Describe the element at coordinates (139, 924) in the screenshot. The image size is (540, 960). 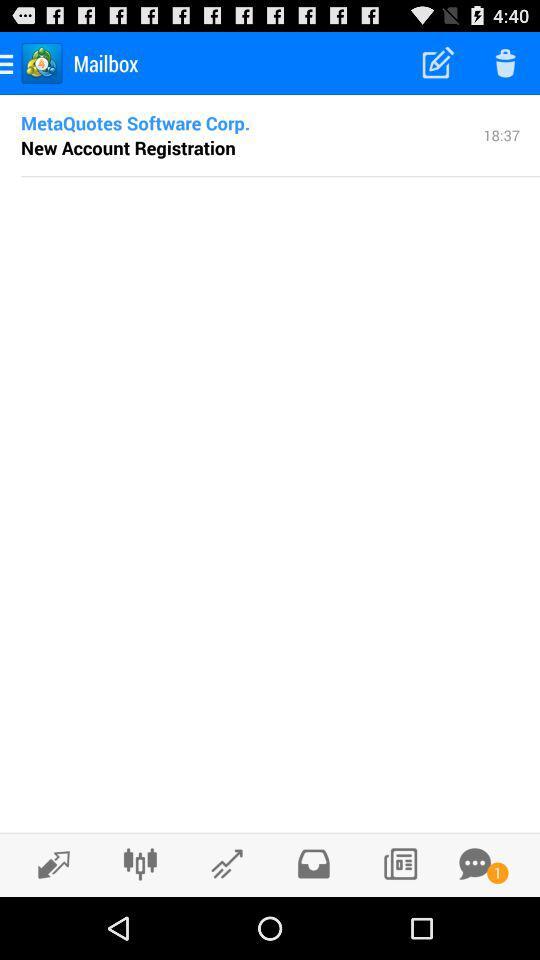
I see `the sliders icon` at that location.